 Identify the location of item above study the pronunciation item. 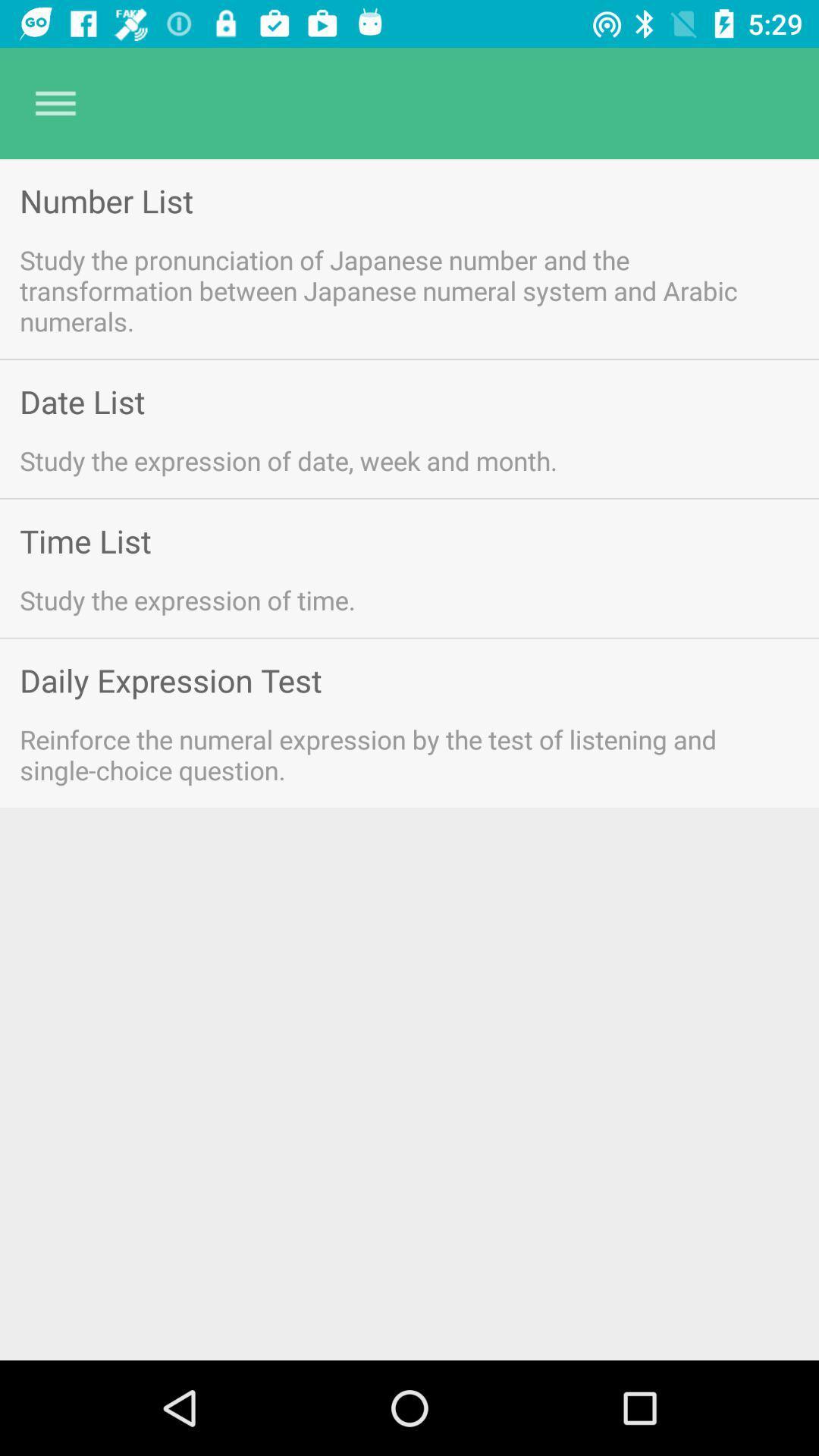
(105, 199).